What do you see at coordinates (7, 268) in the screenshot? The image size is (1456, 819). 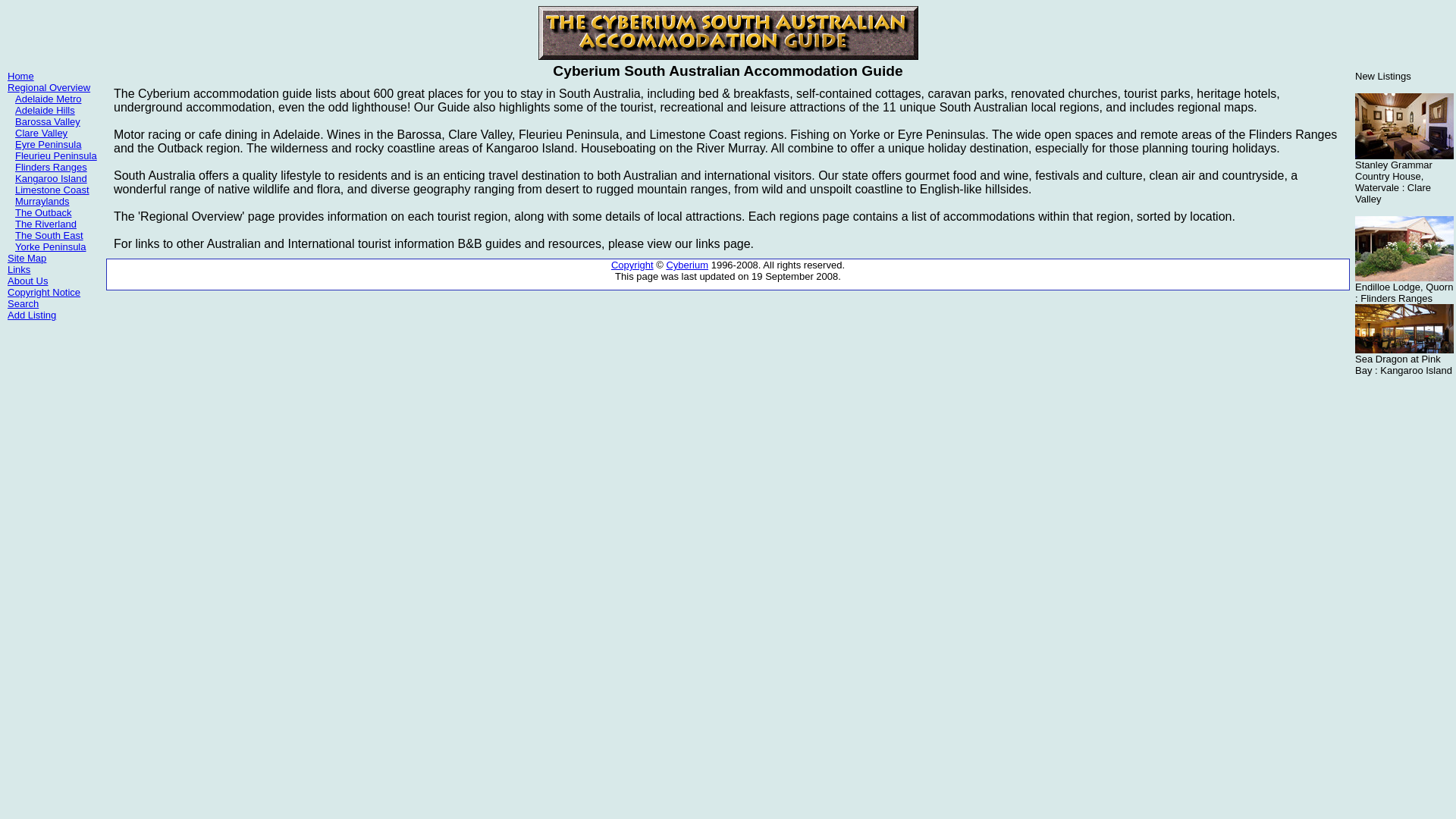 I see `'Links'` at bounding box center [7, 268].